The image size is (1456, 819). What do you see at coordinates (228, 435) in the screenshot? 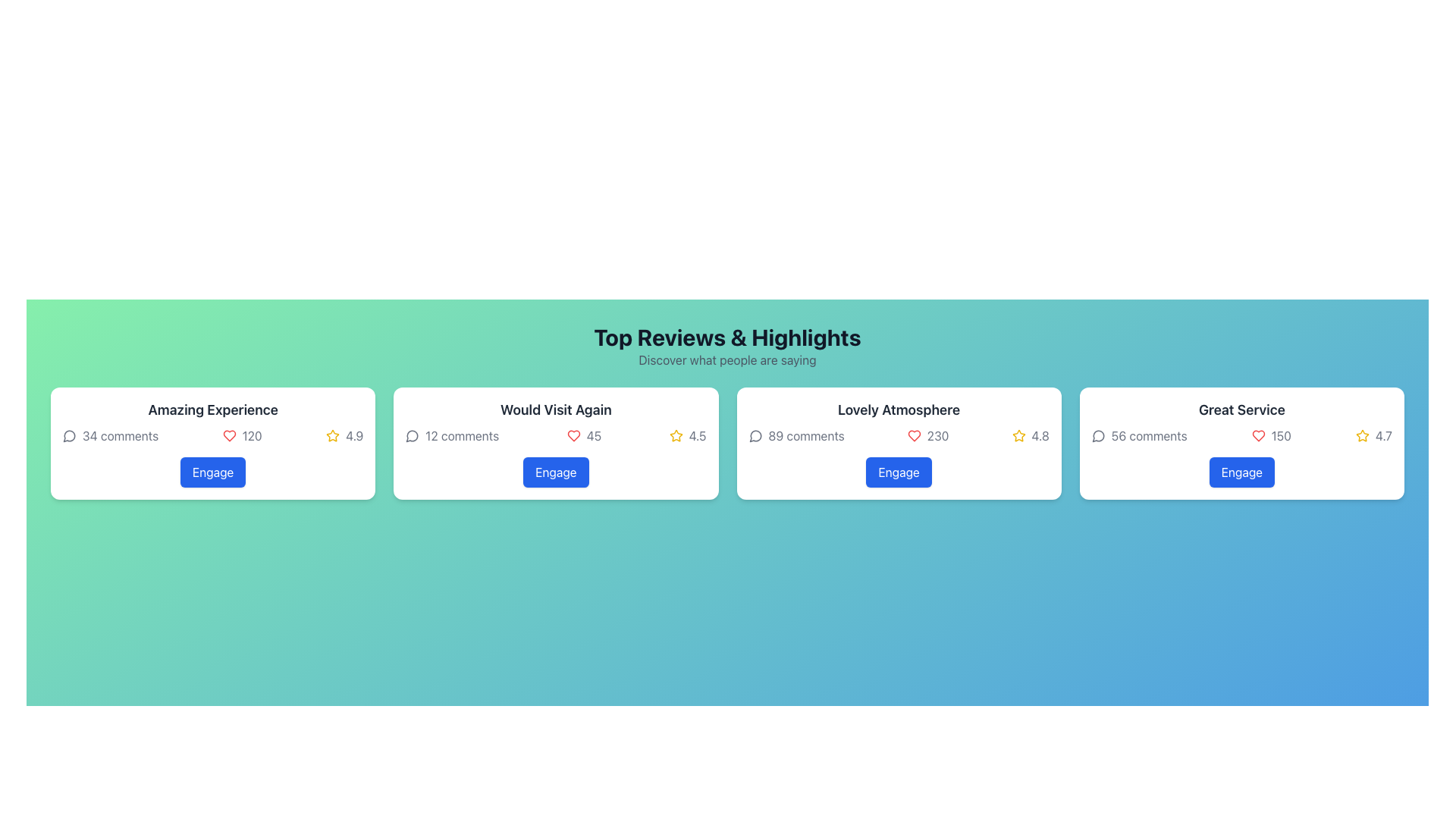
I see `the heart icon that indicates user likes or favorites, located in the first card's statistics row between the comment count and star rating` at bounding box center [228, 435].